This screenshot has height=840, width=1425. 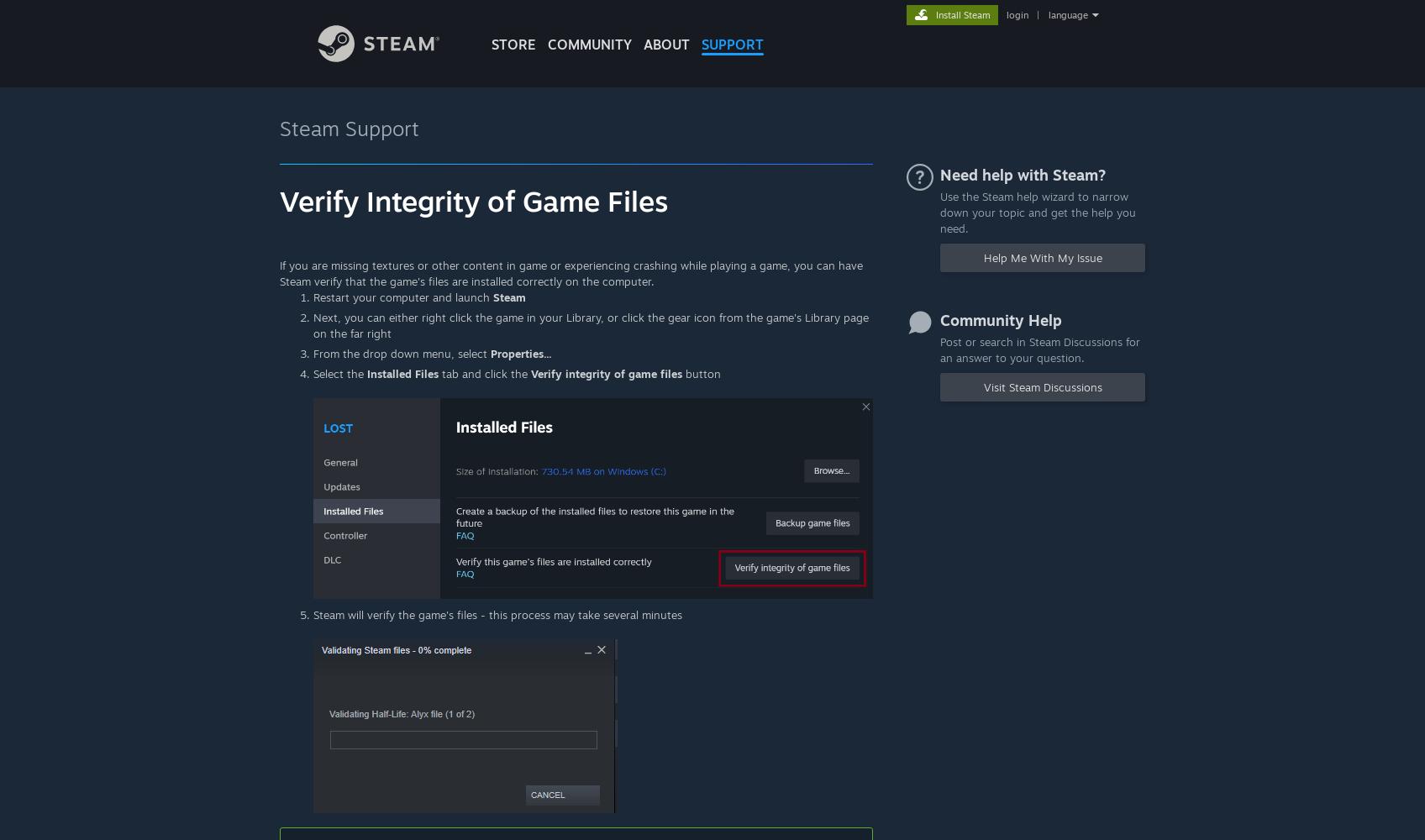 What do you see at coordinates (279, 272) in the screenshot?
I see `'If you are missing textures or other content in game or experiencing crashing while playing a game, you can have Steam verify that the game's files are installed correctly on the computer.'` at bounding box center [279, 272].